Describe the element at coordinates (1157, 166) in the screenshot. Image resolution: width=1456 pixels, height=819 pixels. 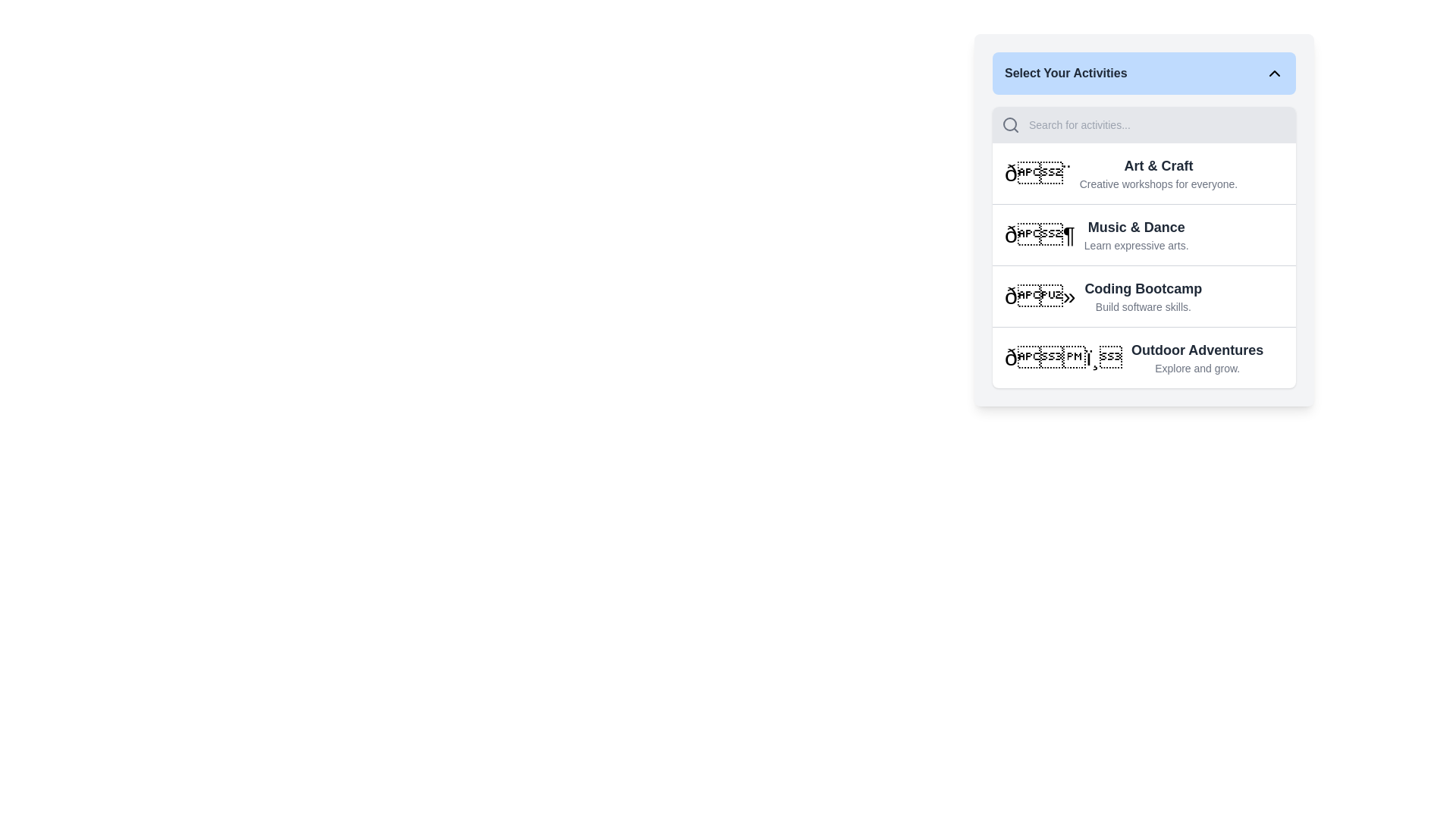
I see `the Title Text of the 'Art & Craft' activity section in the 'Select Your Activities' panel` at that location.